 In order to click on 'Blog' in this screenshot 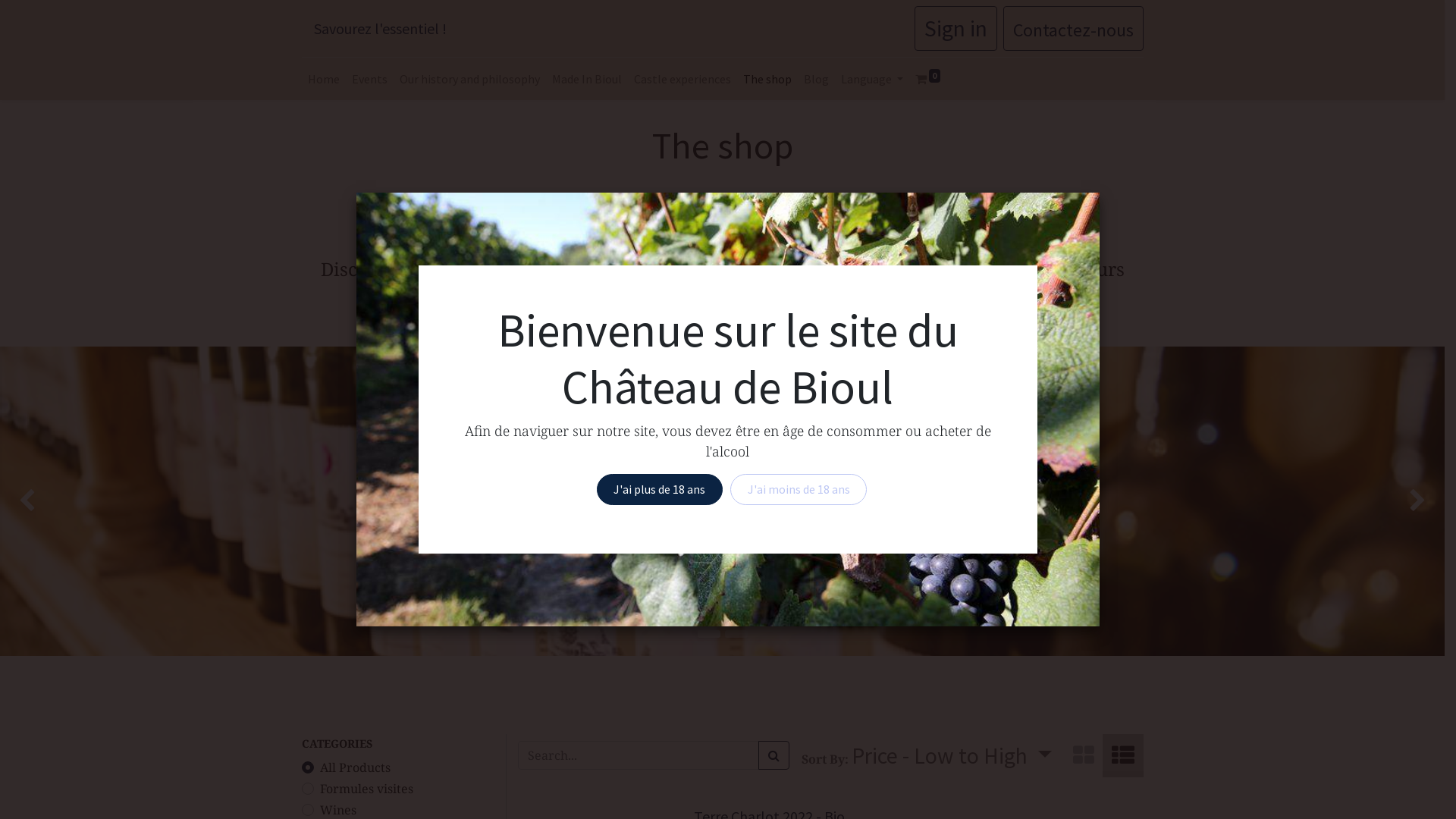, I will do `click(815, 79)`.